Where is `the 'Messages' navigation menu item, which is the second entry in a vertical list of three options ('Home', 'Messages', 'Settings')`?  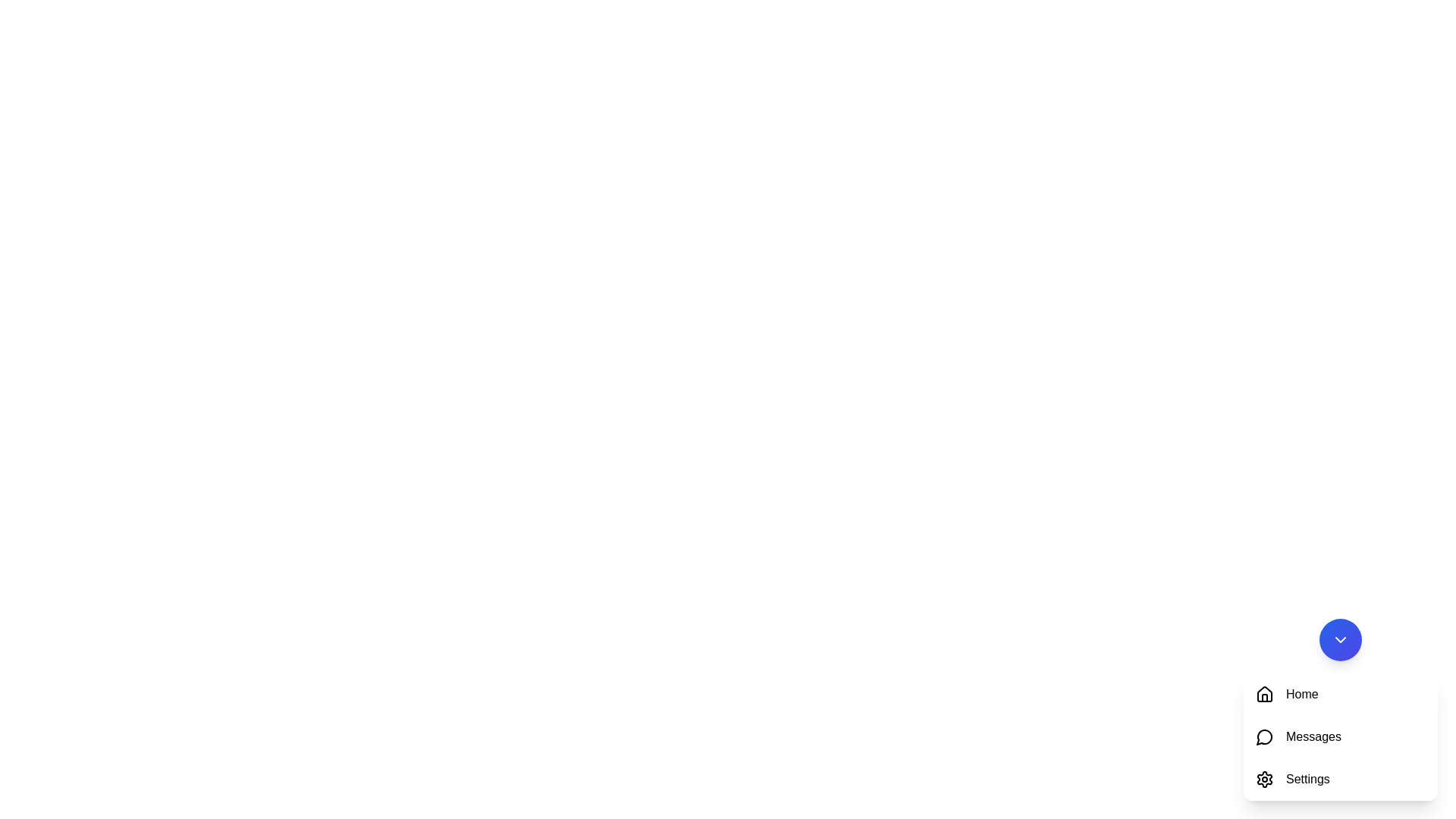
the 'Messages' navigation menu item, which is the second entry in a vertical list of three options ('Home', 'Messages', 'Settings') is located at coordinates (1340, 736).